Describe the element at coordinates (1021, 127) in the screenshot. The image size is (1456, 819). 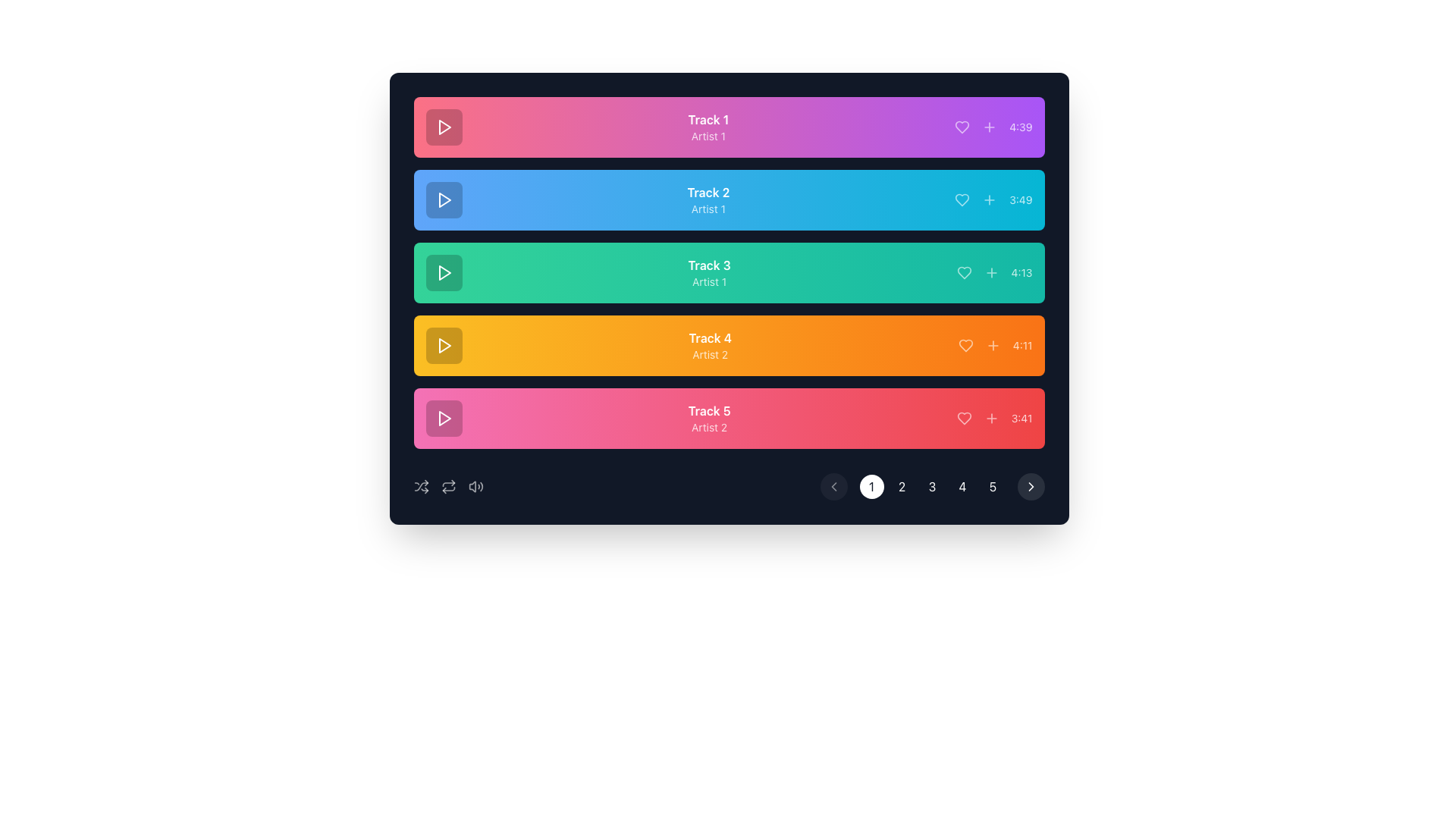
I see `the text label displaying '4:39', which is located at the top-right corner of the first track row, following a heart icon and a plus sign icon` at that location.